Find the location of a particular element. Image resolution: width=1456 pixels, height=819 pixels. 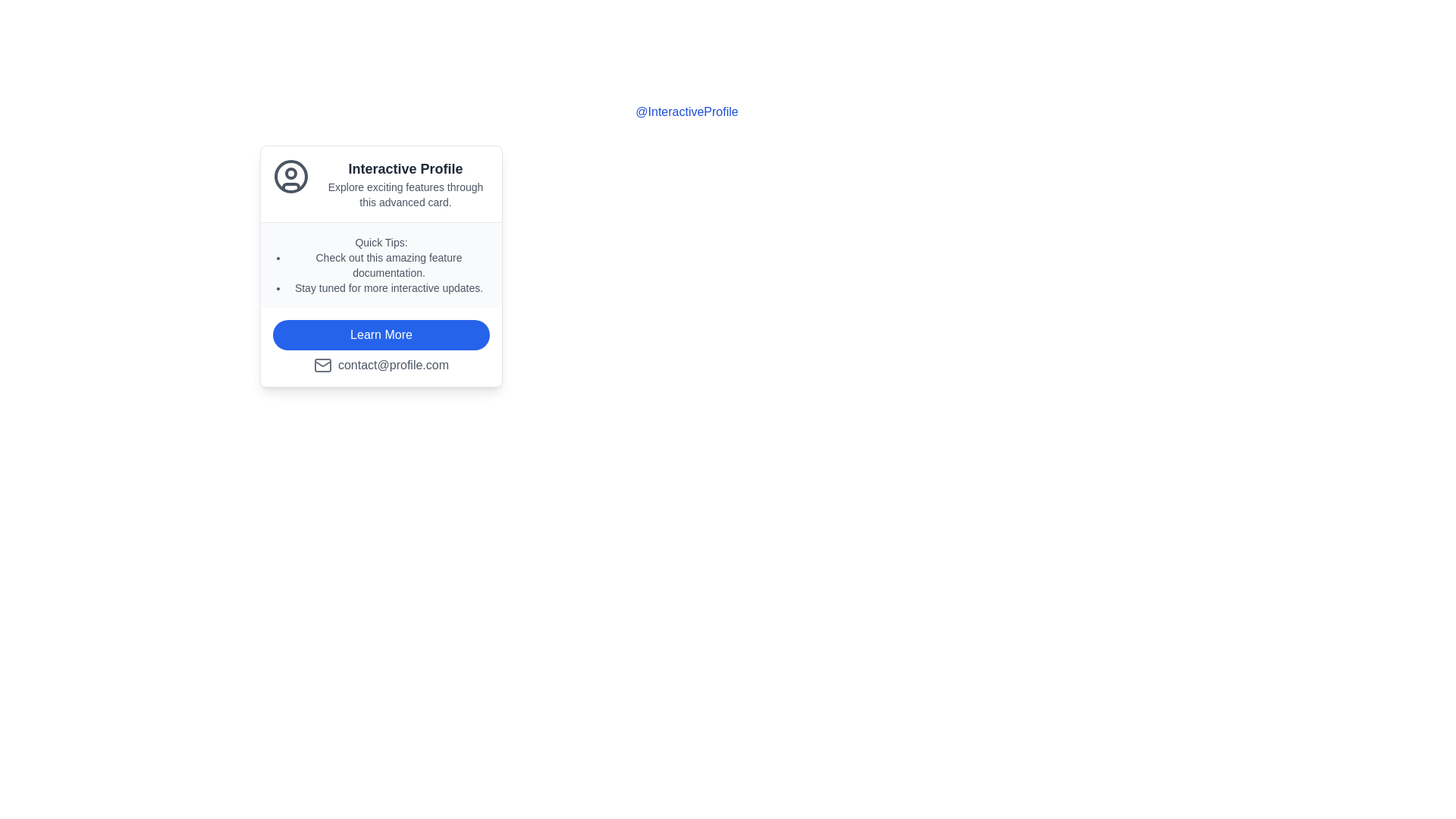

the light gray rectangular icon with rounded corners and a white envelope icon in the center, located near the bottom of the visible card is located at coordinates (322, 366).